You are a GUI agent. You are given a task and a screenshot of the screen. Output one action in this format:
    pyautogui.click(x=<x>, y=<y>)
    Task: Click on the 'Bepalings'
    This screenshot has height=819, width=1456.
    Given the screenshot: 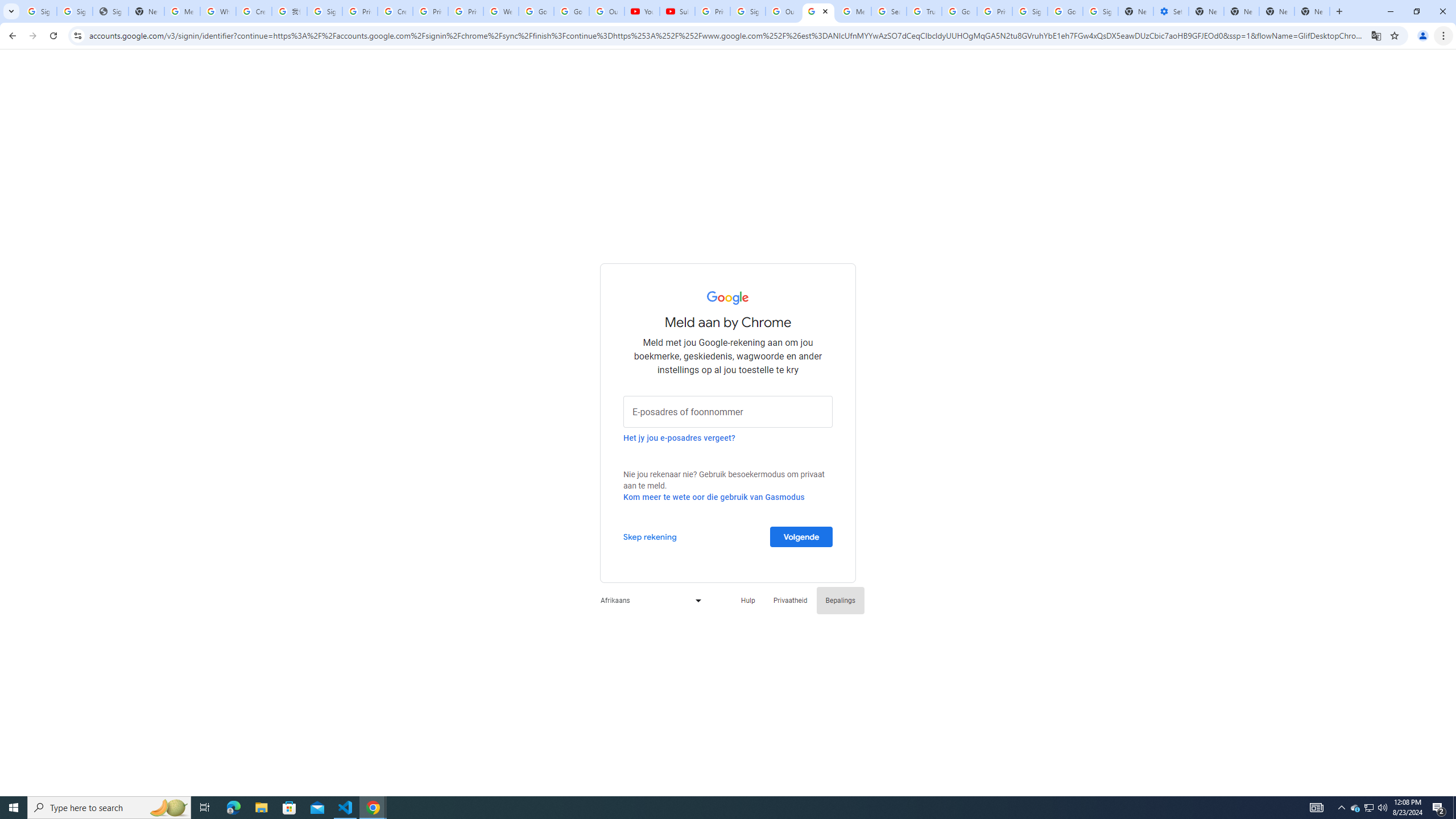 What is the action you would take?
    pyautogui.click(x=840, y=599)
    